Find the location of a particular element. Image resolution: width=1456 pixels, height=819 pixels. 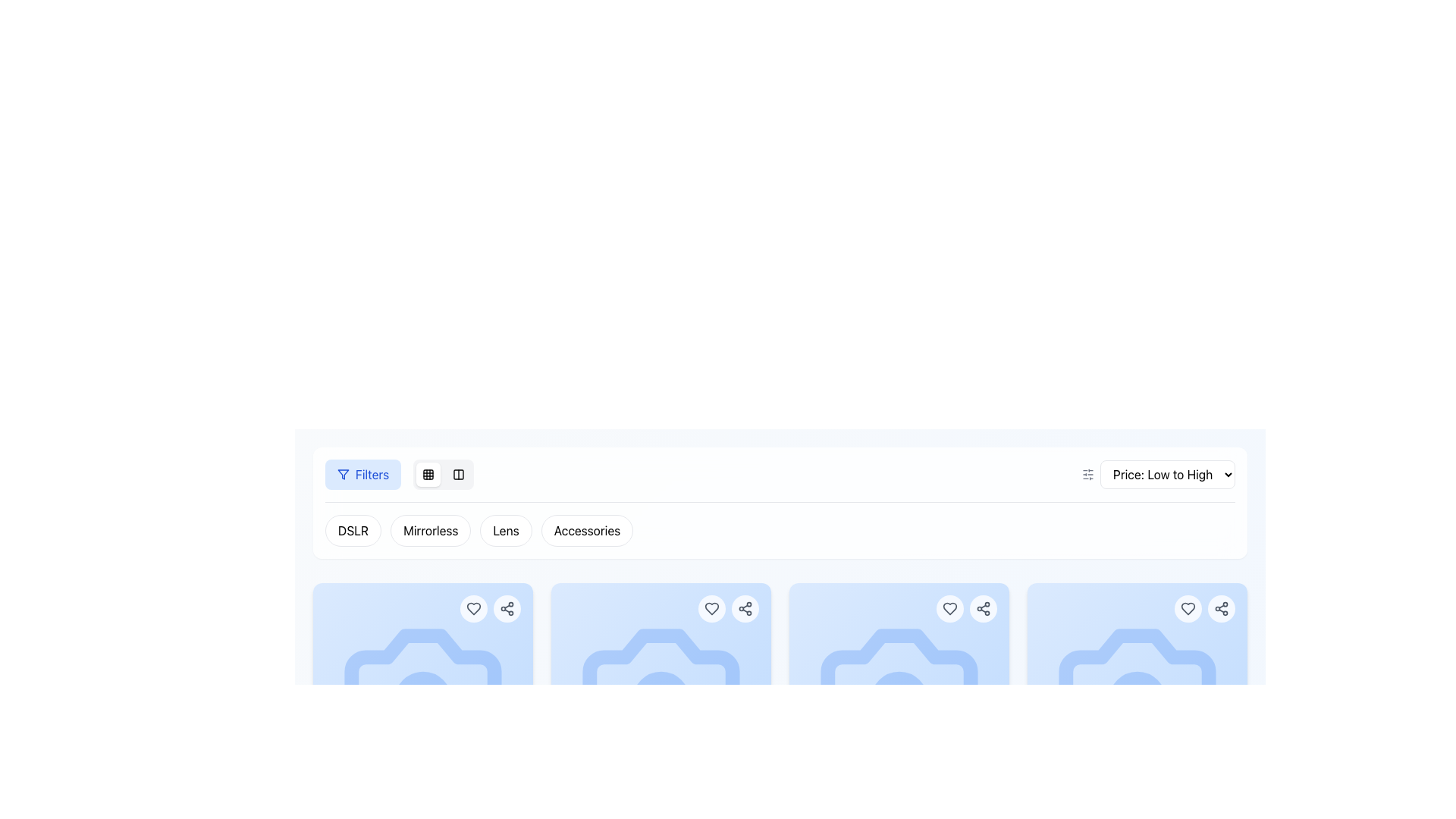

the share icon button located in the top-right corner of the image card is located at coordinates (507, 607).